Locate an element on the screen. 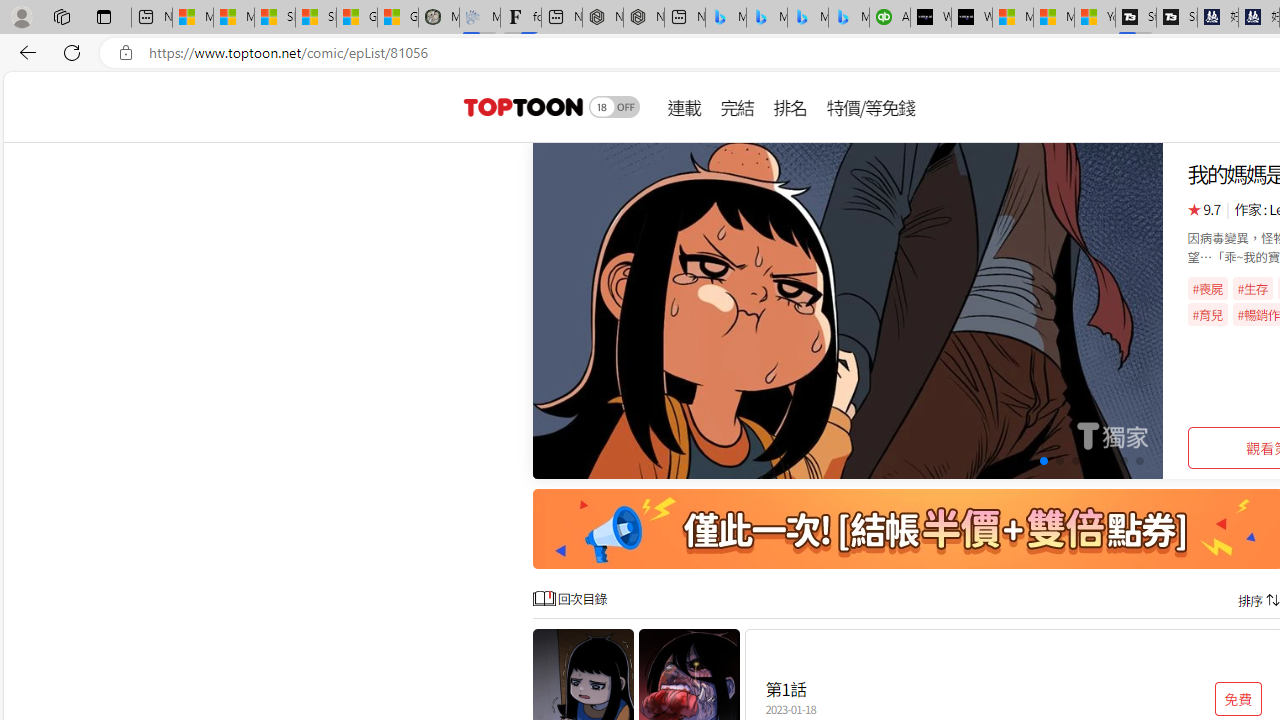 The width and height of the screenshot is (1280, 720). 'Microsoft Start' is located at coordinates (1053, 17).